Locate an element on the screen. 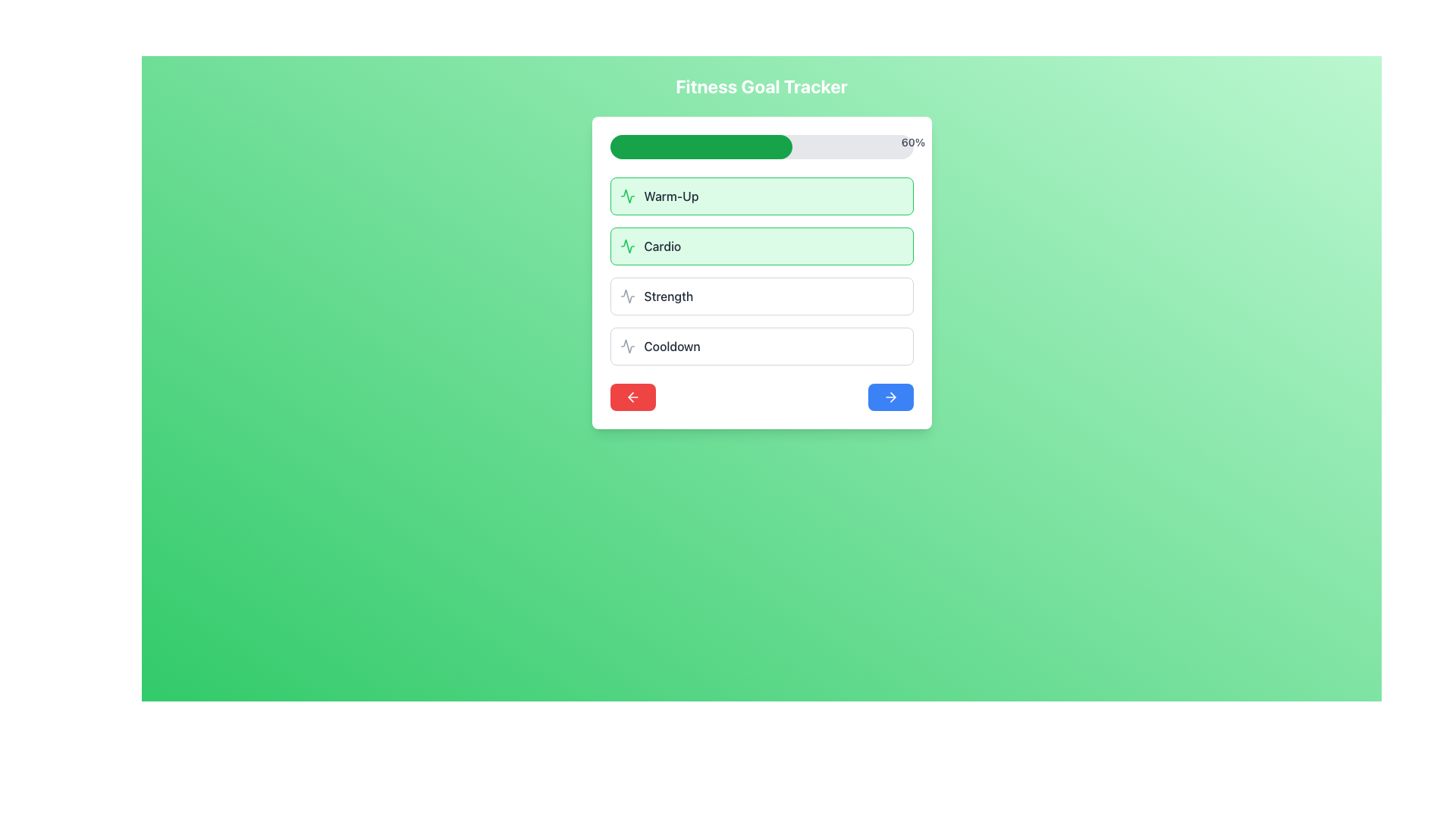  the 'Strength' text label, which is styled with medium font weight and dark gray color, located in the third option of a vertical list of four options in the centered card, directly beneath 'Cardio' and above 'Cooldown' is located at coordinates (667, 296).